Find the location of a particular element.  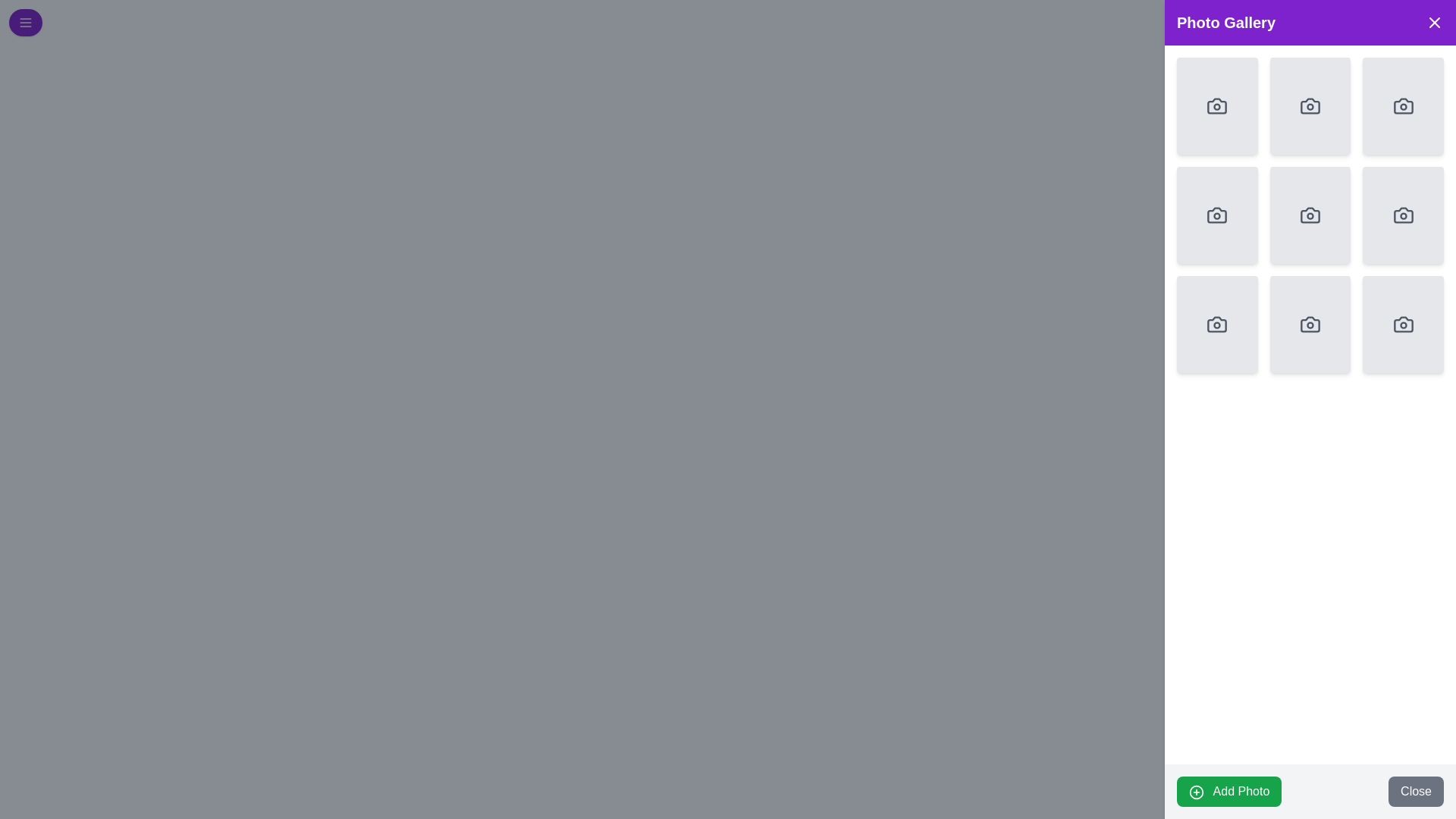

the stylized camera icon in the 'Photo Gallery' section, which is the fifth icon in a 3x3 grid layout, featuring a minimalistic design with rounded edges is located at coordinates (1310, 215).